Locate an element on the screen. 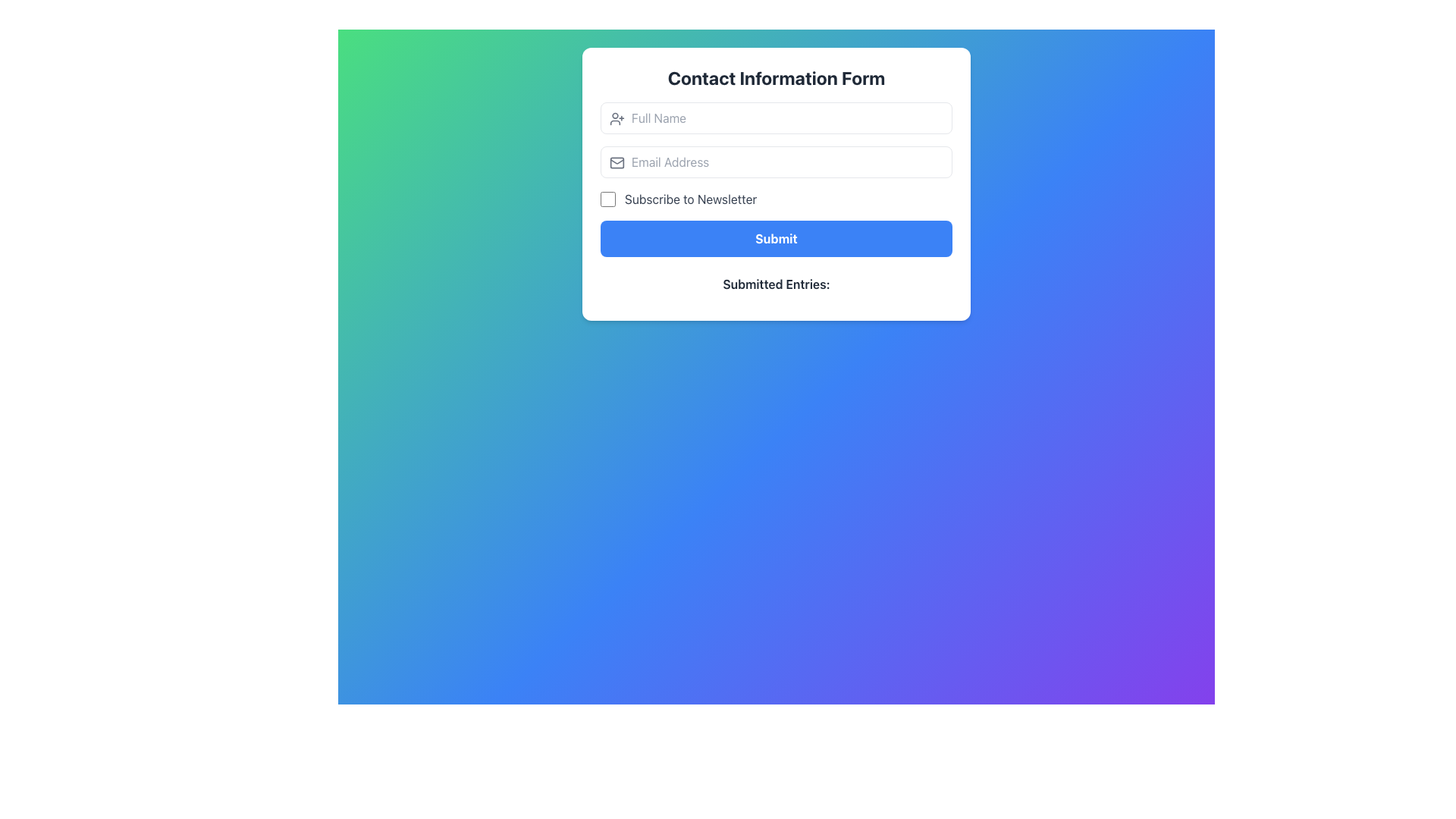  the email input field in the 'Contact Information Form', which is the second field below the 'Full Name' input and above the 'Subscribe to Newsletter' checkbox is located at coordinates (776, 162).